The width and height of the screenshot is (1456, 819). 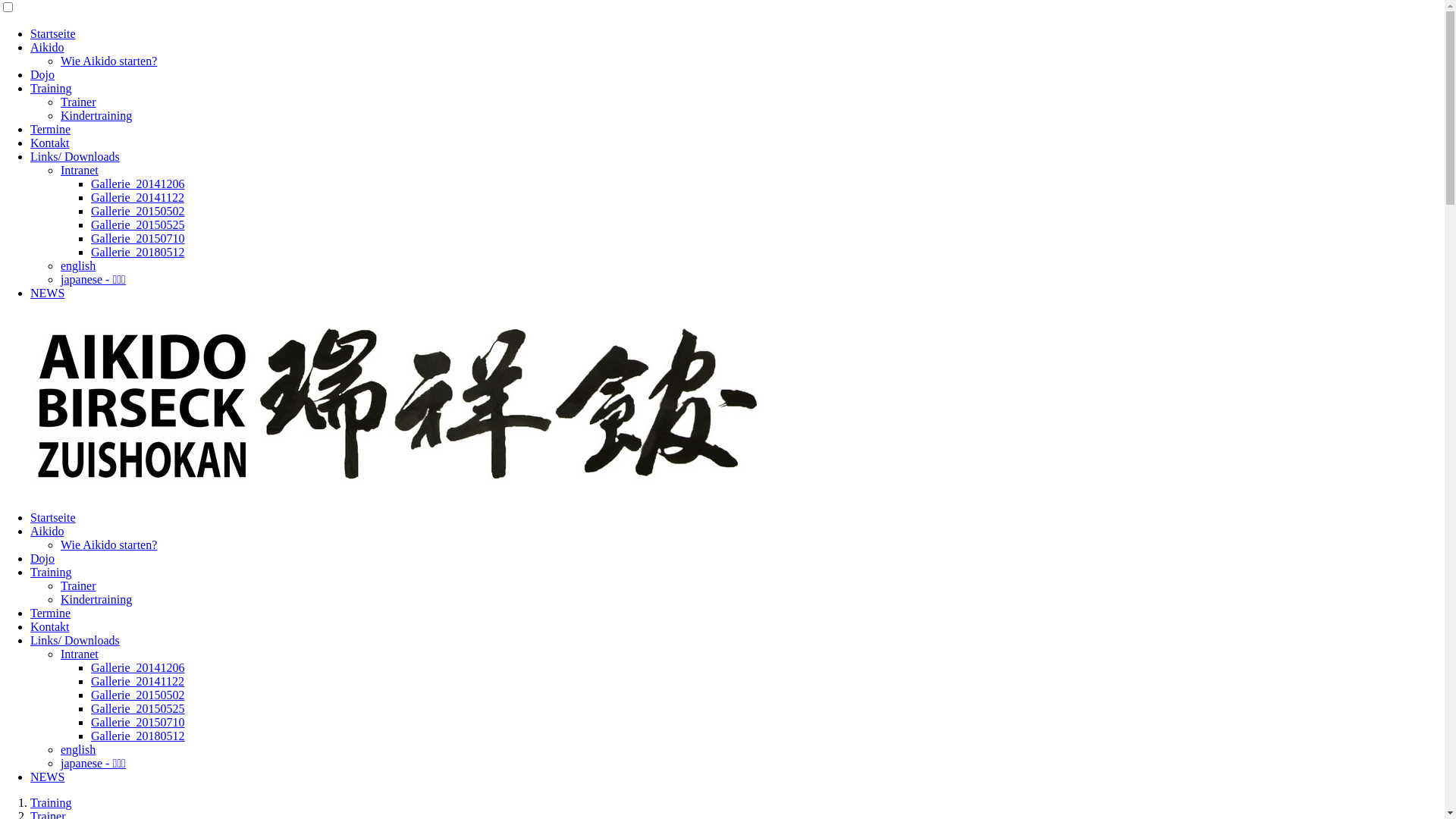 What do you see at coordinates (138, 695) in the screenshot?
I see `'Gallerie_20150502'` at bounding box center [138, 695].